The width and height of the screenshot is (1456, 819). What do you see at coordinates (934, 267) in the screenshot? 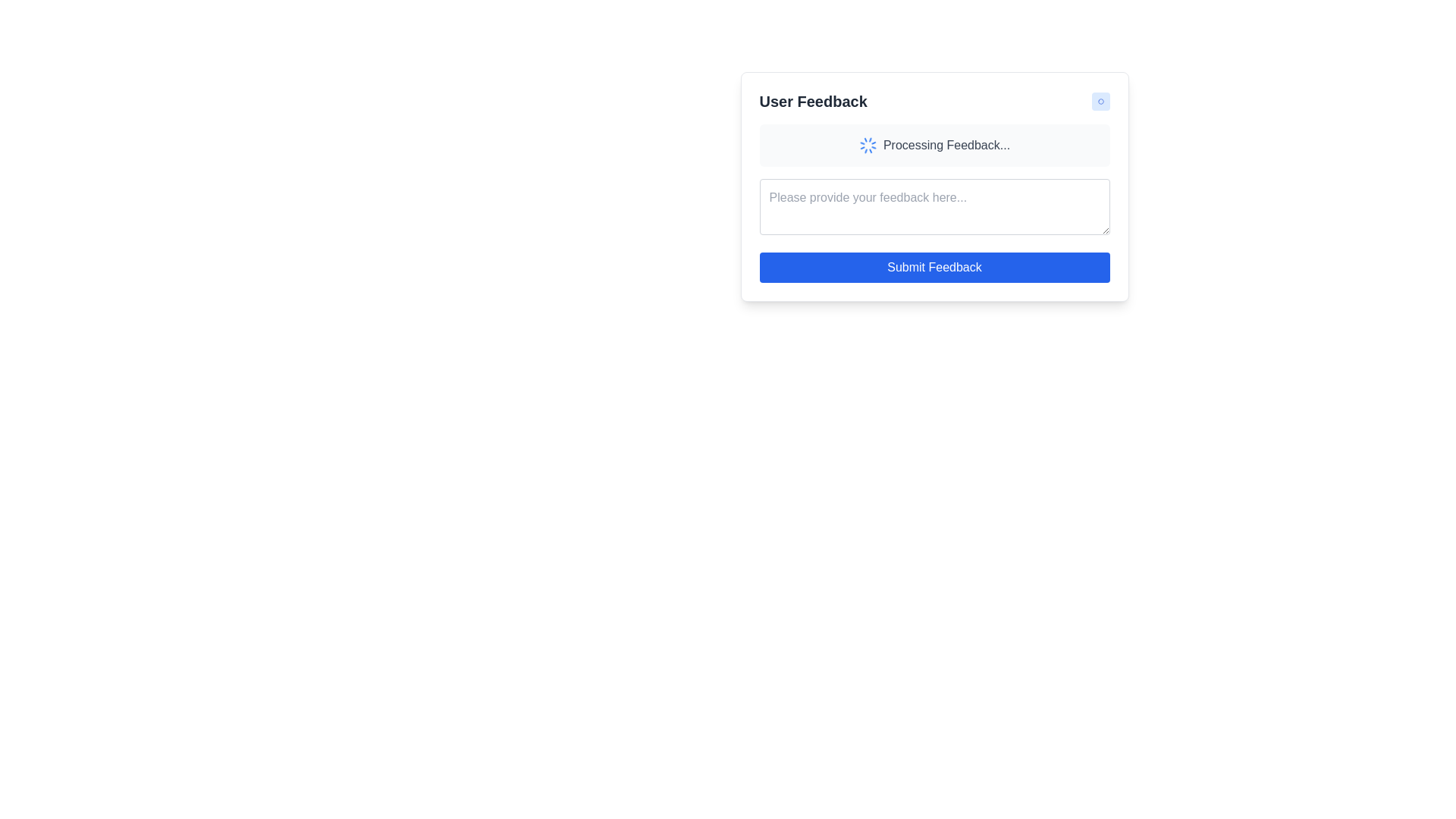
I see `the rectangular button with a blue background and rounded edges that contains the text 'Submit Feedback'` at bounding box center [934, 267].